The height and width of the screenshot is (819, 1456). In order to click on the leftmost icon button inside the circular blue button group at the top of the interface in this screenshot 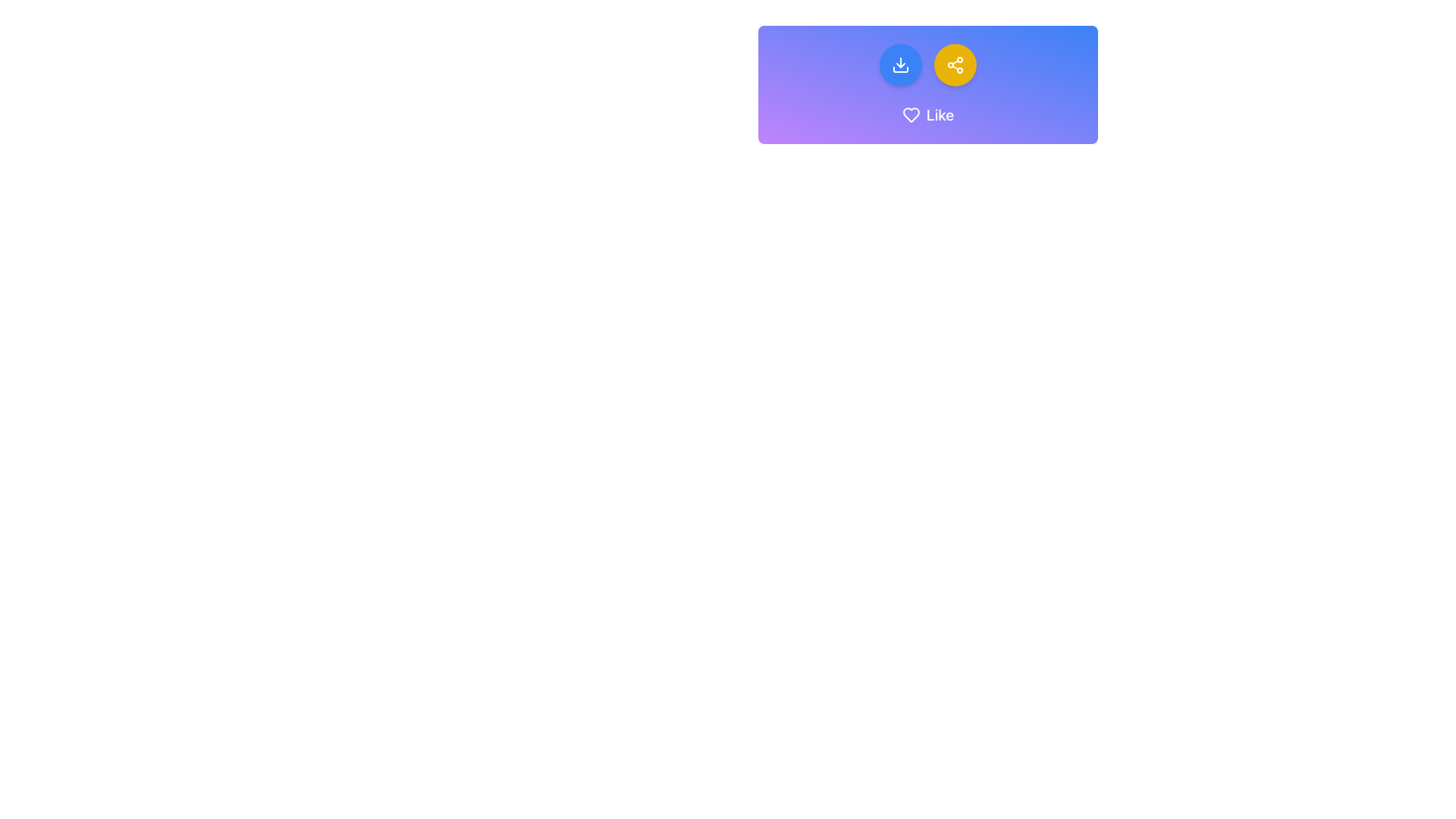, I will do `click(901, 64)`.